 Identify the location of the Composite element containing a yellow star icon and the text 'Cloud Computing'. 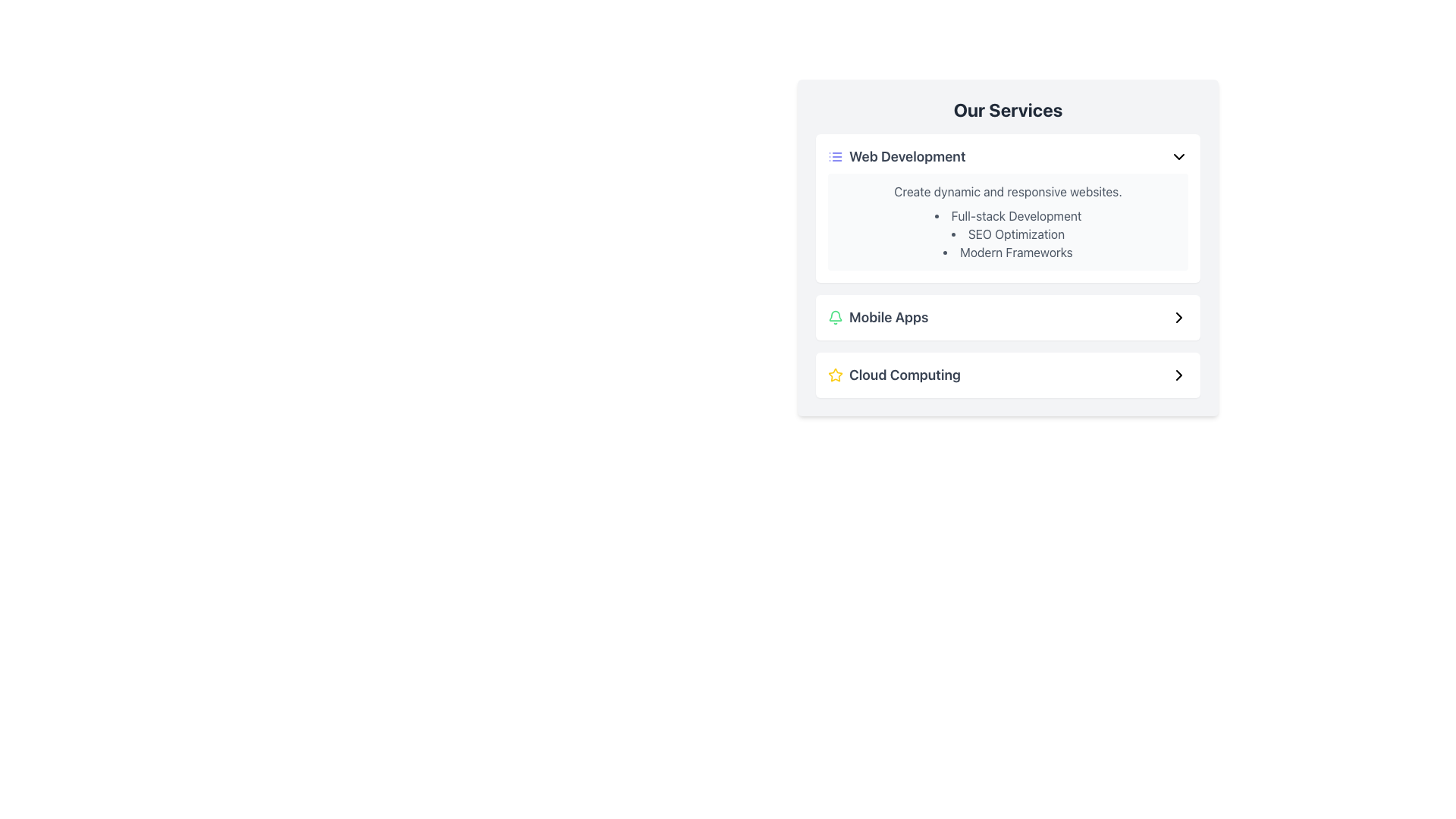
(894, 375).